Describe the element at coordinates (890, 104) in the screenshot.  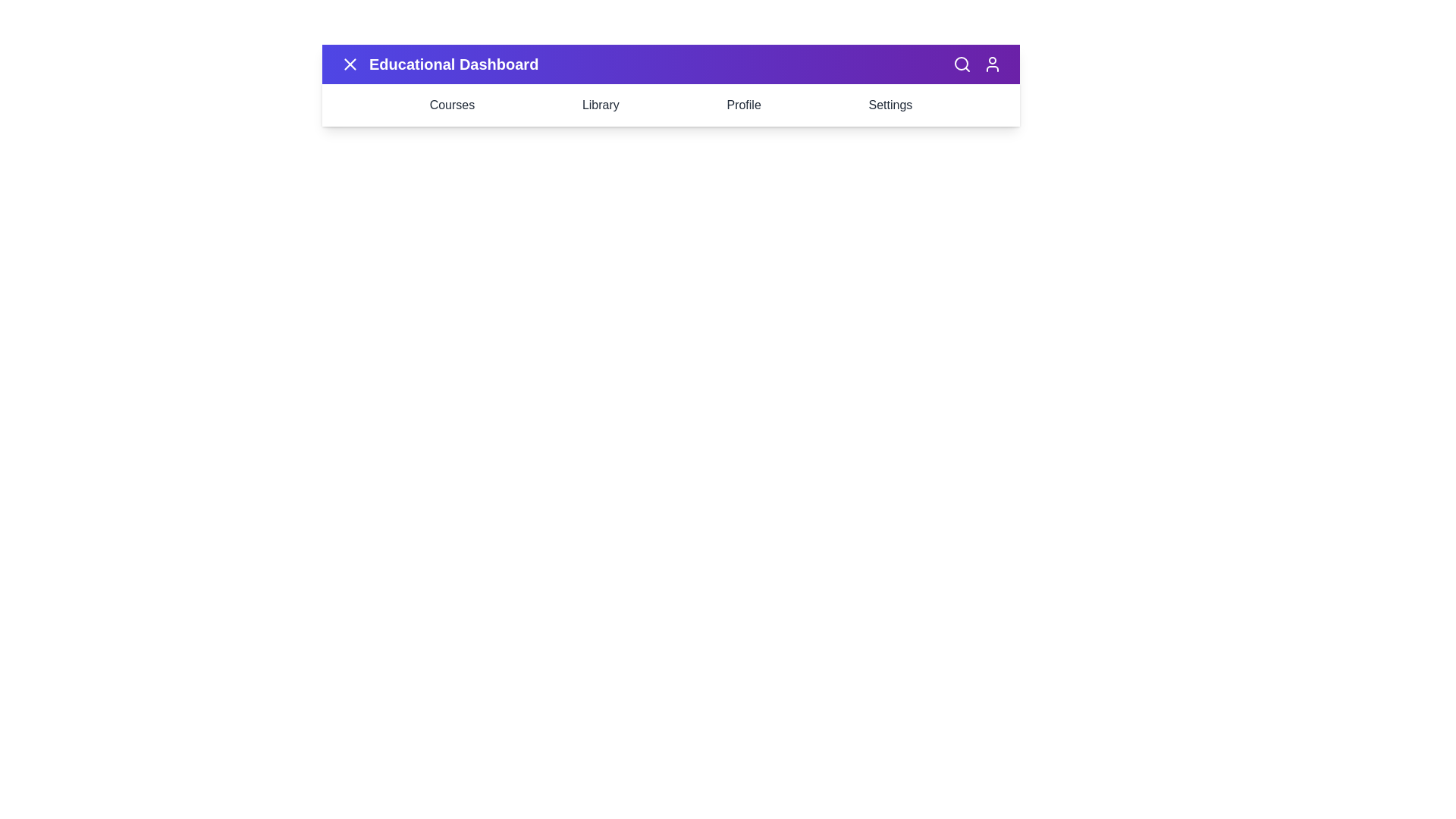
I see `the 'Settings' menu item in the navigation bar` at that location.